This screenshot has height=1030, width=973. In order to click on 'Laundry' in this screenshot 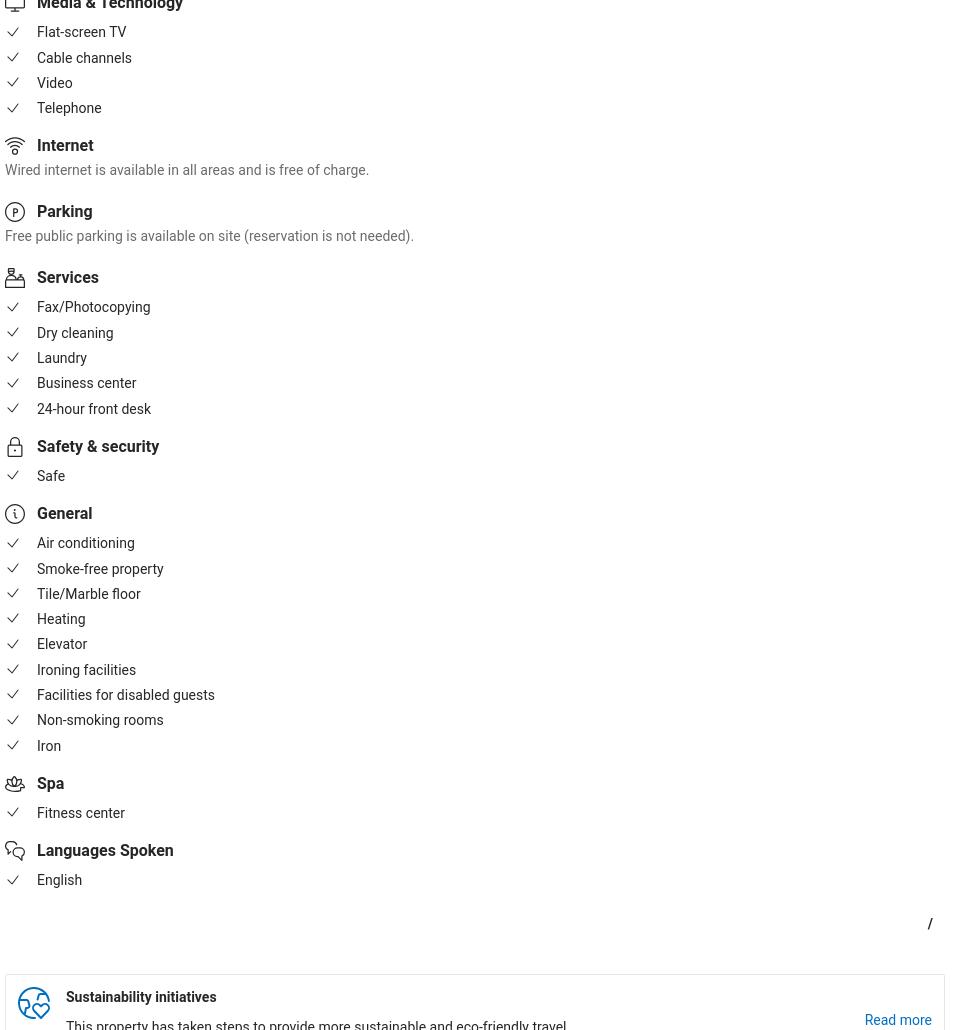, I will do `click(61, 358)`.